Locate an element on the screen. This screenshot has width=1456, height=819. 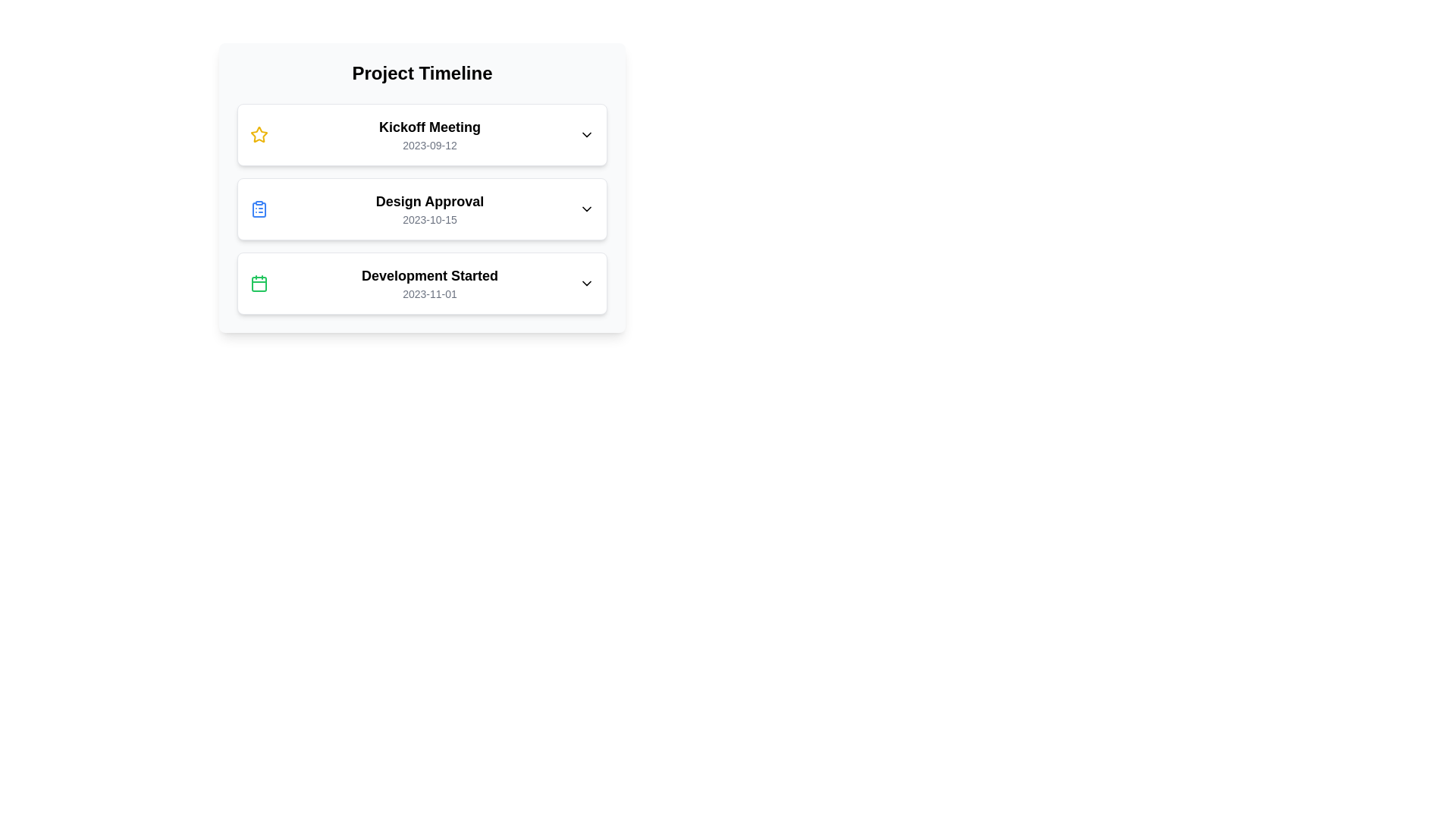
the title text for the first entry in the timeline, which is located above the date '2023-09-12' and adjacent to a star icon is located at coordinates (428, 127).